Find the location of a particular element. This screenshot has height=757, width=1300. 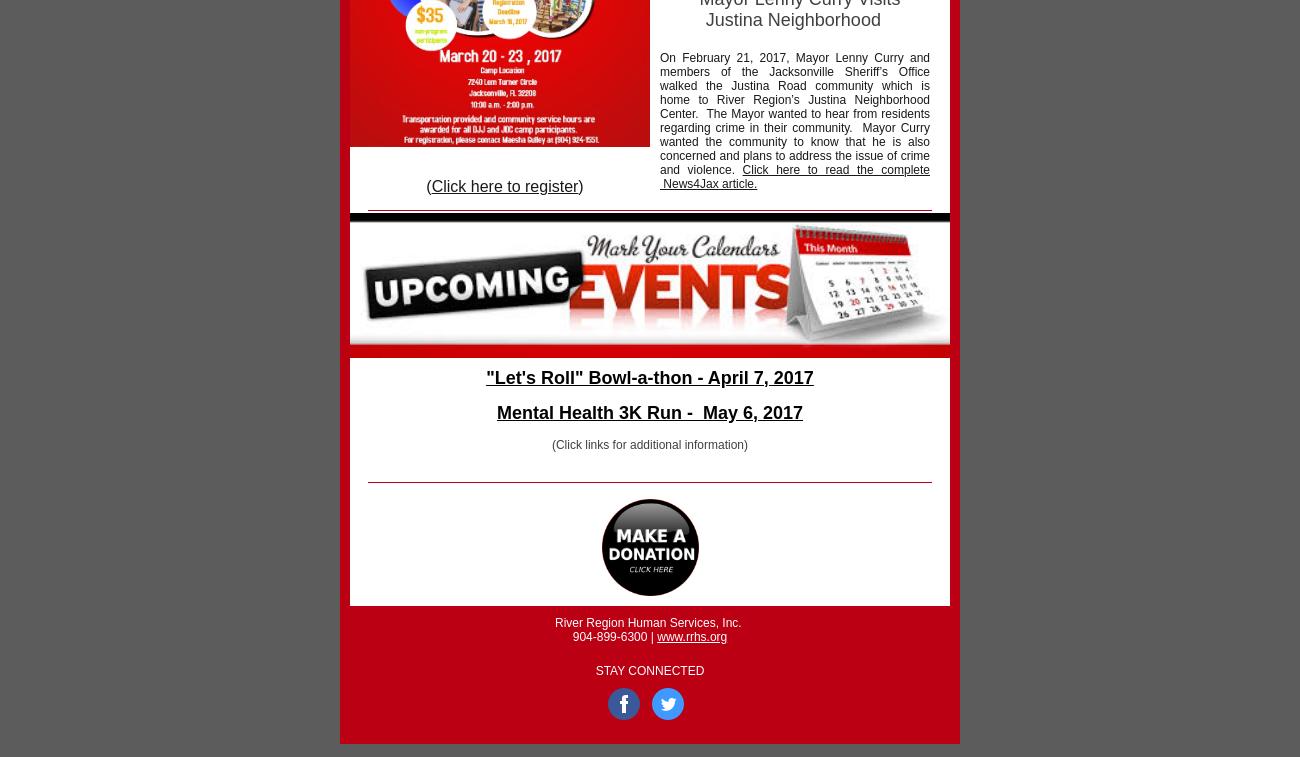

'On February 21, 2017, Mayor Lenny Curry and members of the Jacksonville Sheriff’s Office walked the Justina Road community which is home to River Region’s Justina Neighborhood Center.  The Mayor wanted to hear from residents regarding crime in their community.  Mayor Curry wanted the community to know that he is also concerned and plans to address the issue of crime and violence.' is located at coordinates (793, 112).